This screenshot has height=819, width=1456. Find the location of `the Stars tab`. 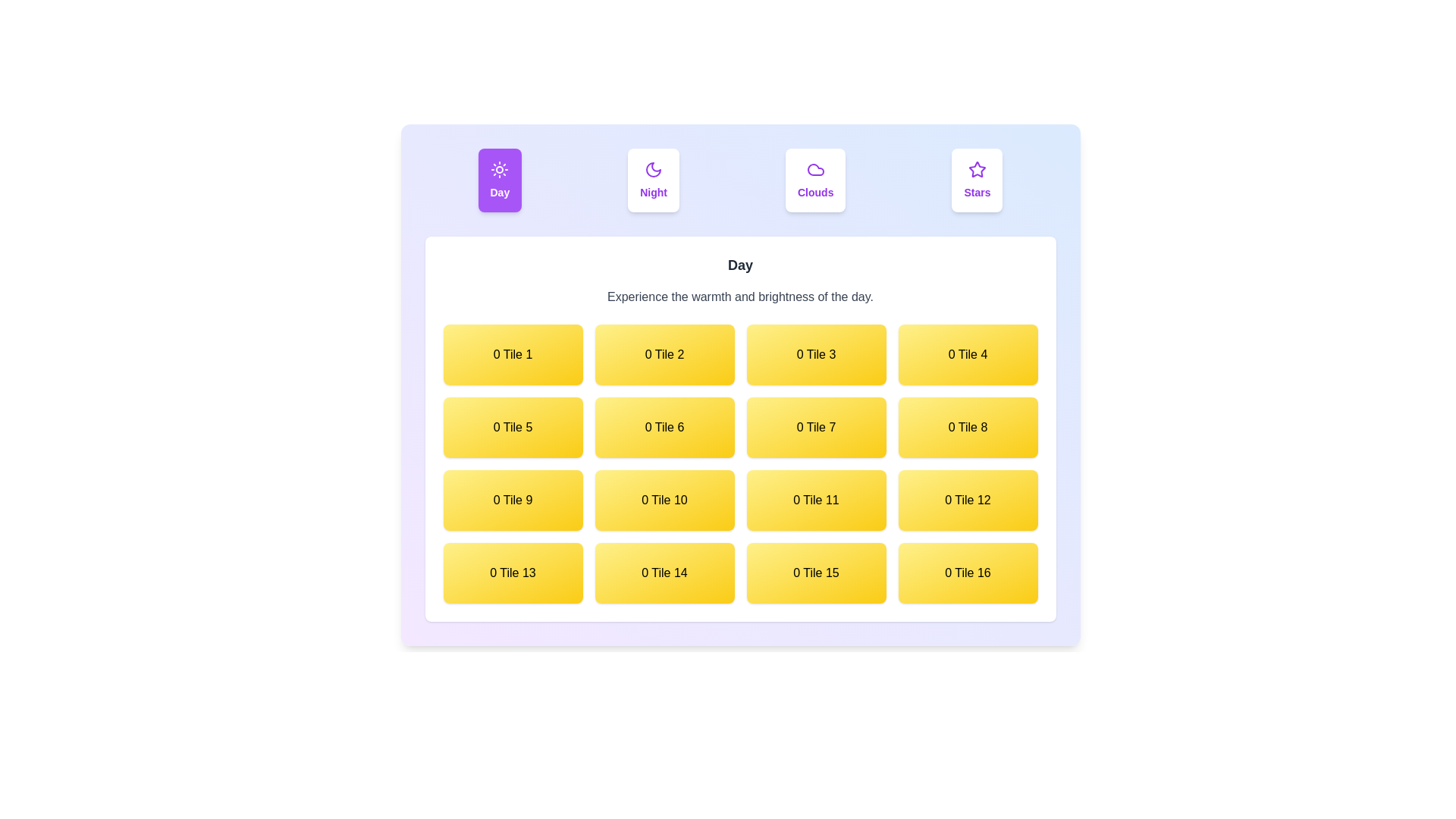

the Stars tab is located at coordinates (977, 180).